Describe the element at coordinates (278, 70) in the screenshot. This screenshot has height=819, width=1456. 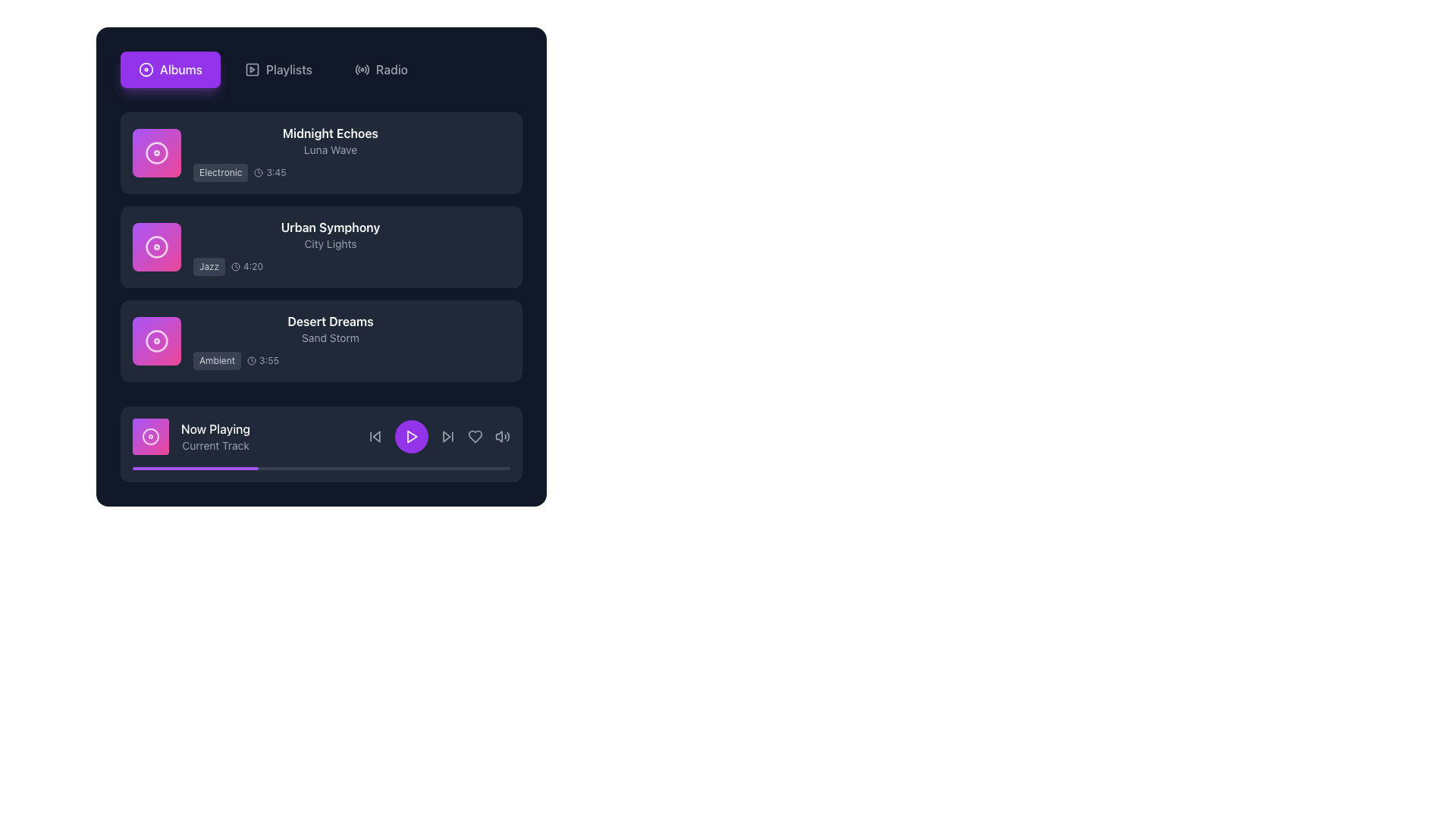
I see `the 'Playlists' button, which is the second button from the left in a horizontal group of three buttons at the top section of the interface` at that location.